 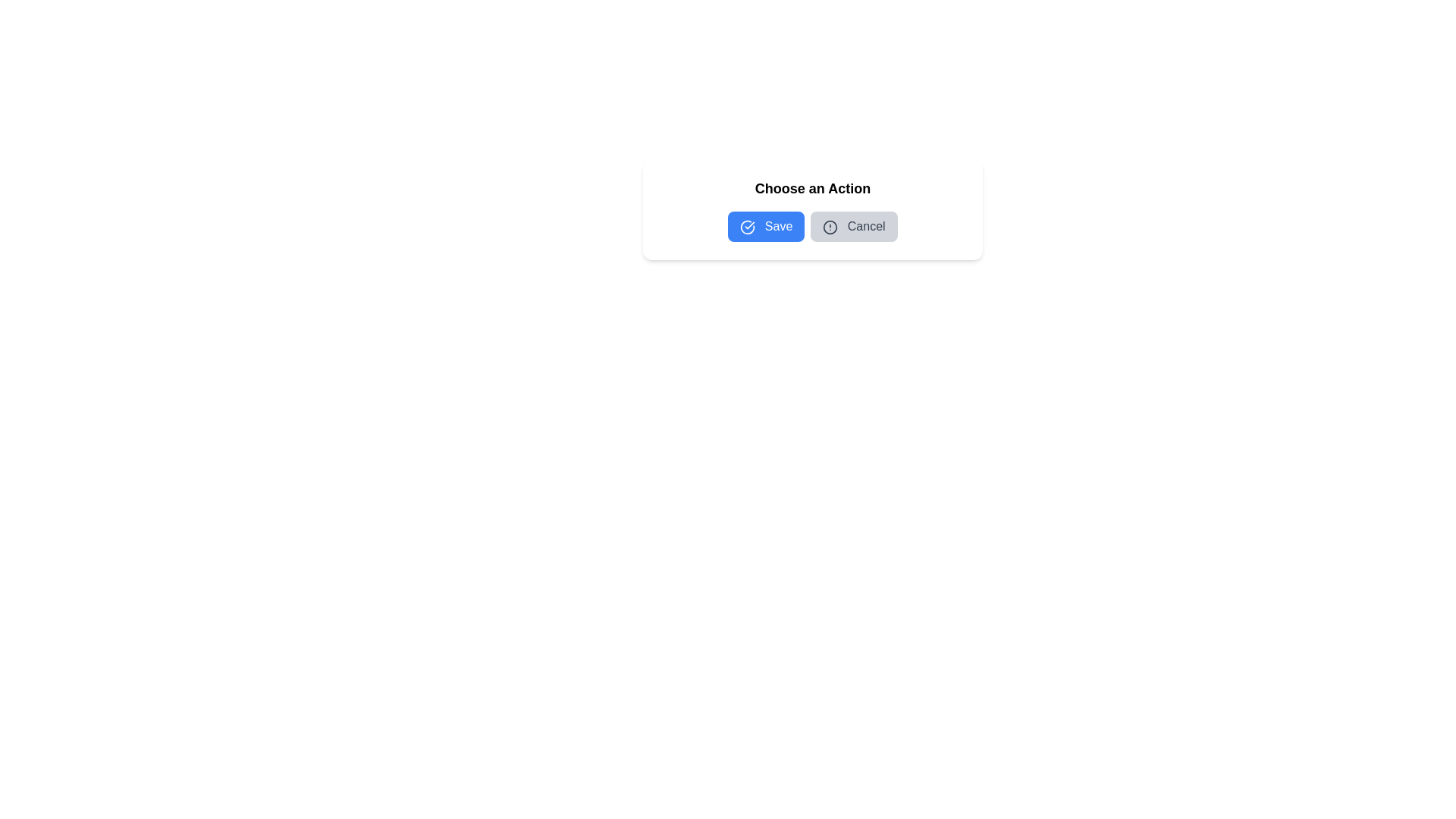 What do you see at coordinates (811, 210) in the screenshot?
I see `the 'Save' button in the dialog box titled 'Choose an Action', which is visually characterized by a white background and rounded corners` at bounding box center [811, 210].